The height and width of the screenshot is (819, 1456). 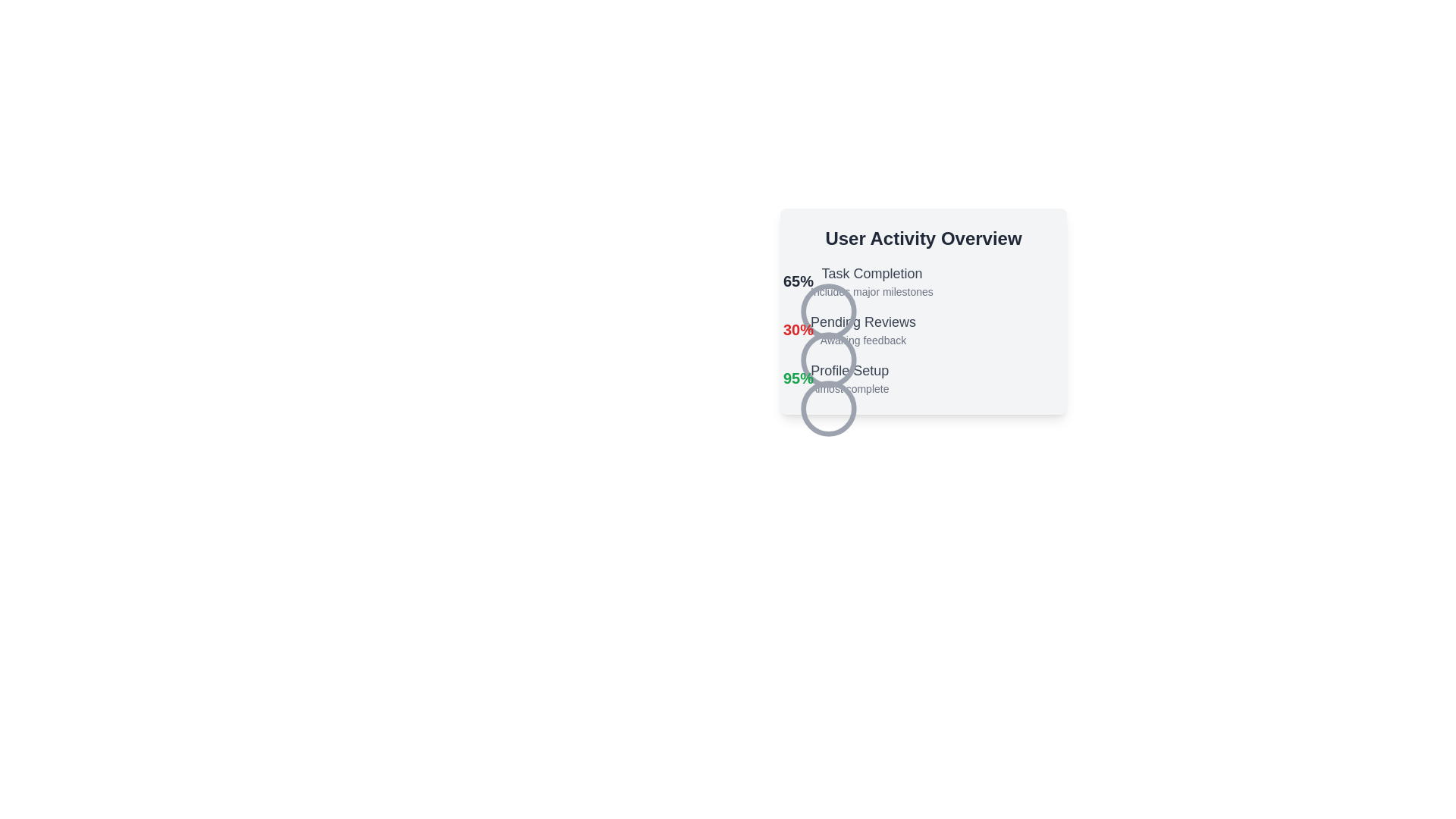 I want to click on the informational component with a progress indicator that shows the setup profile is at 95% to obtain more details, so click(x=923, y=377).